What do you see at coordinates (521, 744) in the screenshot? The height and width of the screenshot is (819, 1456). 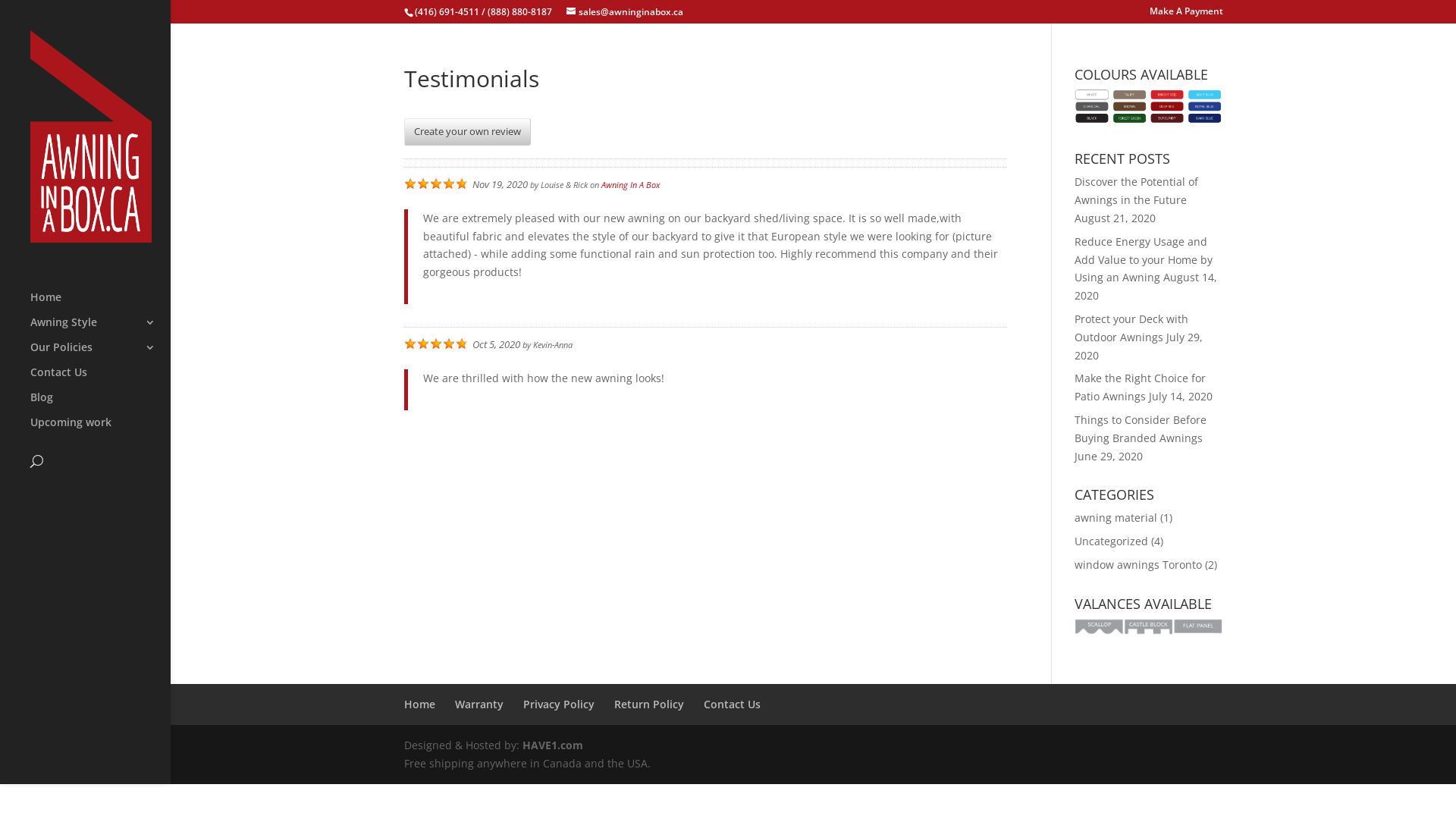 I see `'HAVE1.com'` at bounding box center [521, 744].